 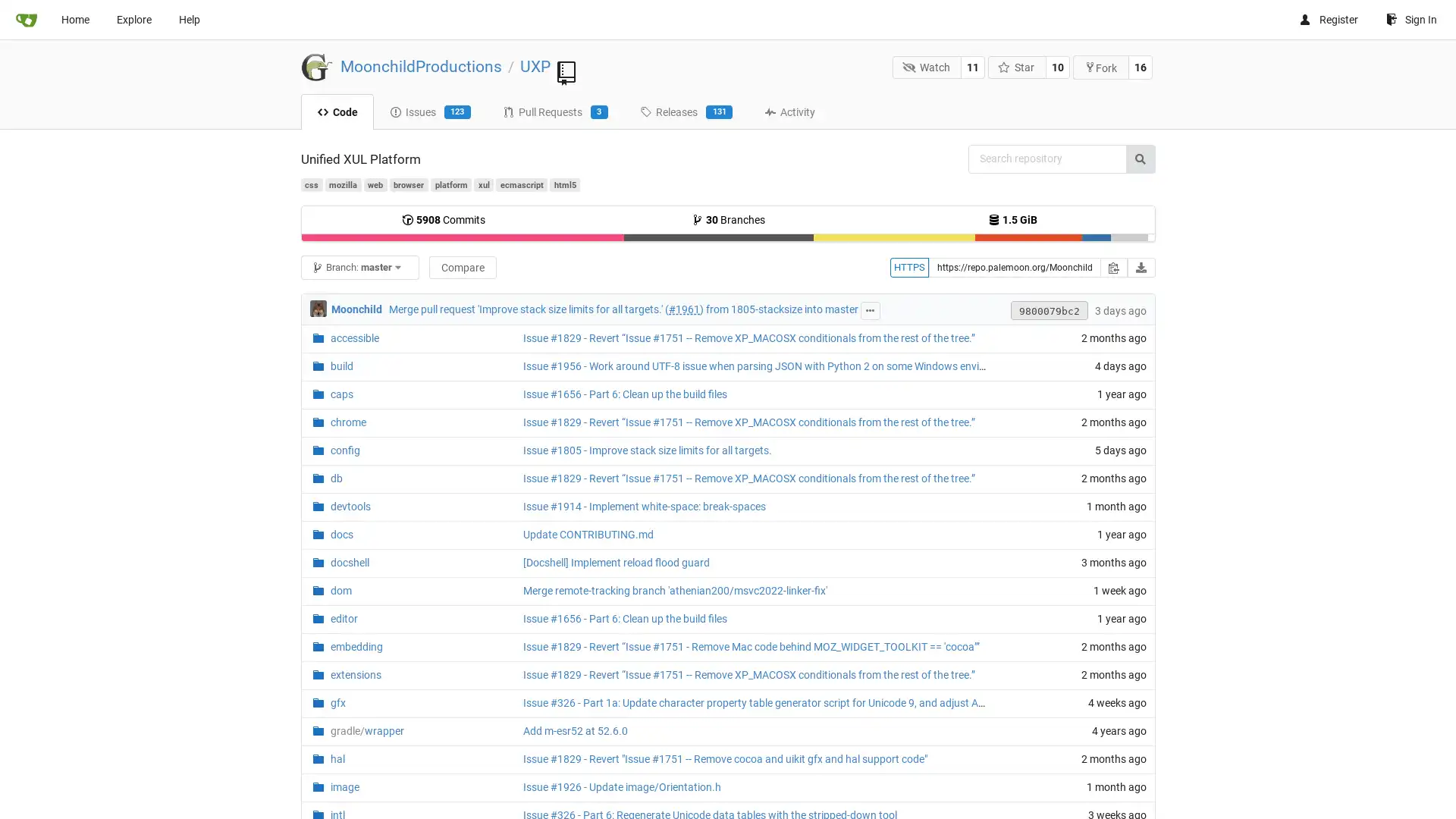 I want to click on Watch, so click(x=926, y=66).